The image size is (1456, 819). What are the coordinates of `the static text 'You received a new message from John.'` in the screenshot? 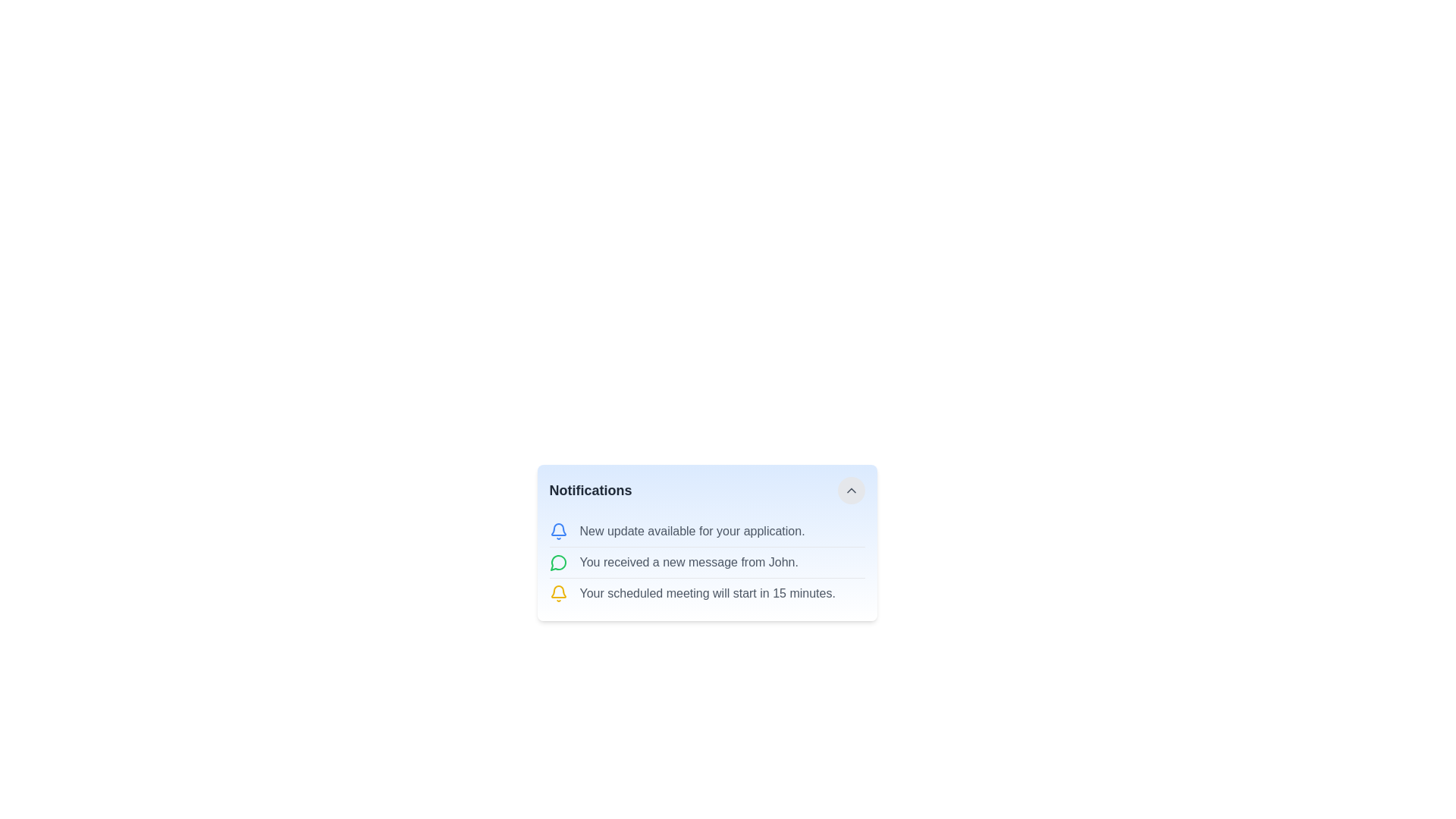 It's located at (688, 562).